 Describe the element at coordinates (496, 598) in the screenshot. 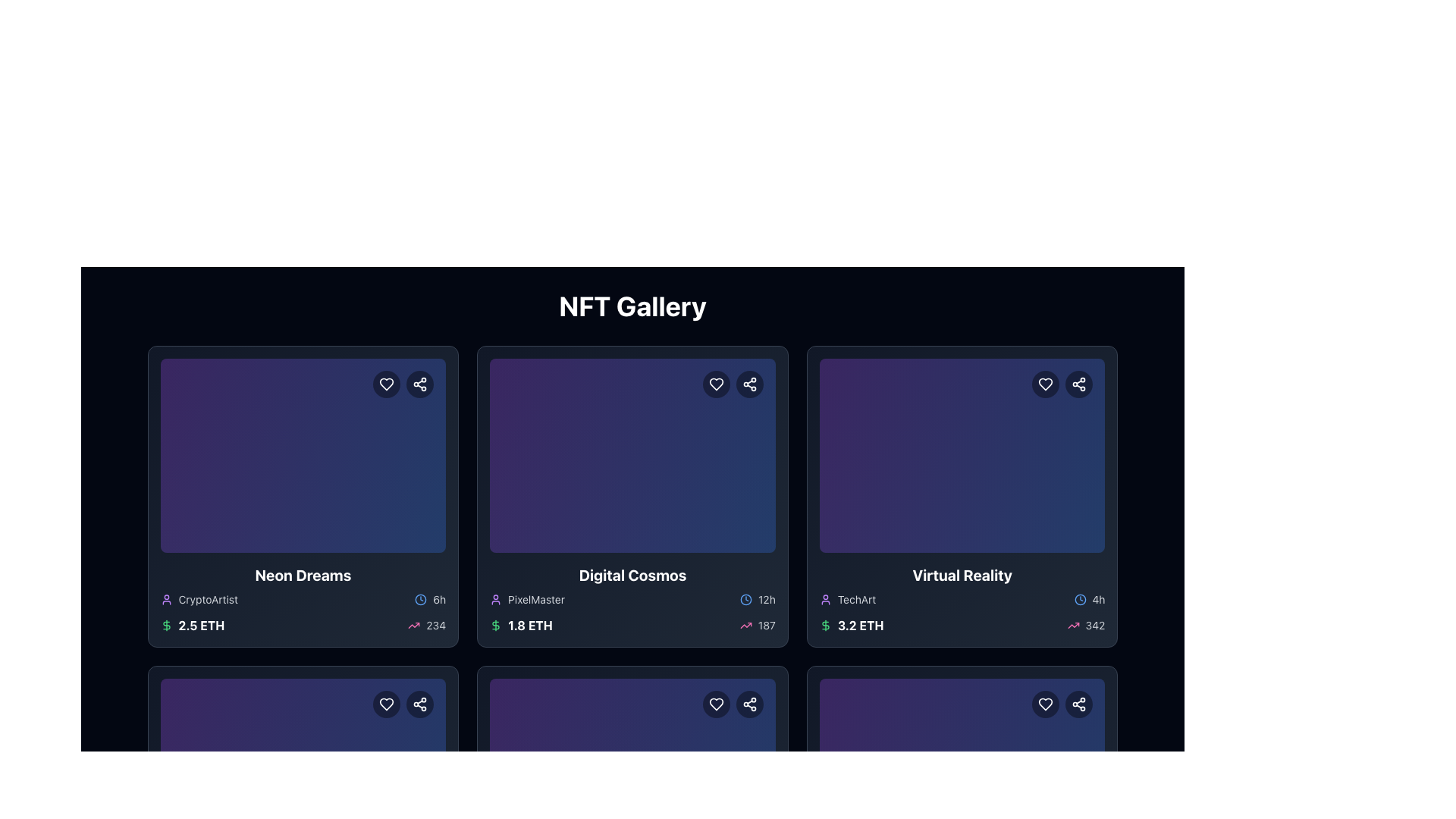

I see `the vibrant purple outline icon of a person located to the left of the text 'PixelMaster' in the bottom right of the second card in the gallery grid` at that location.